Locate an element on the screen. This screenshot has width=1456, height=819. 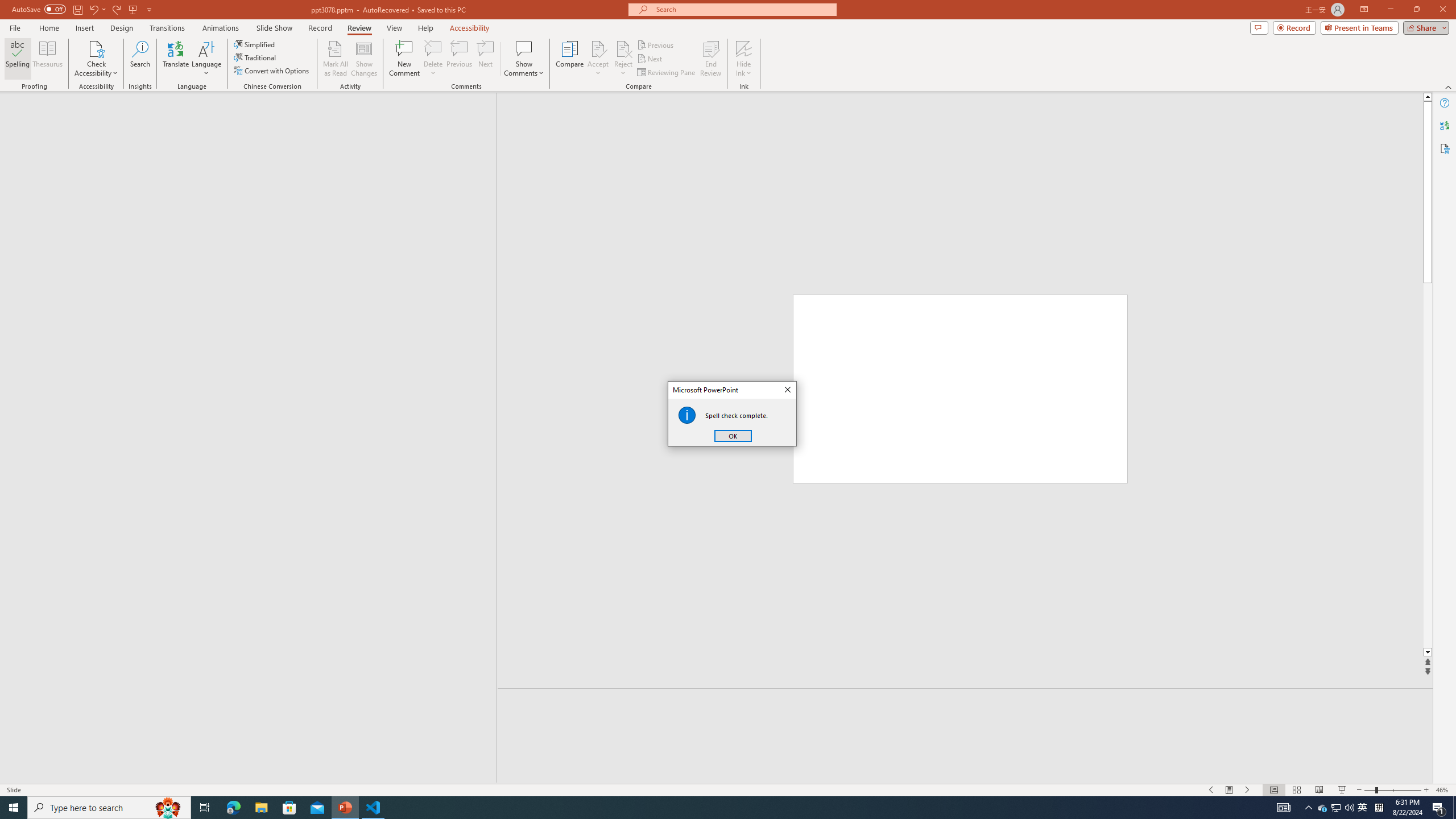
'Normal' is located at coordinates (1273, 790).